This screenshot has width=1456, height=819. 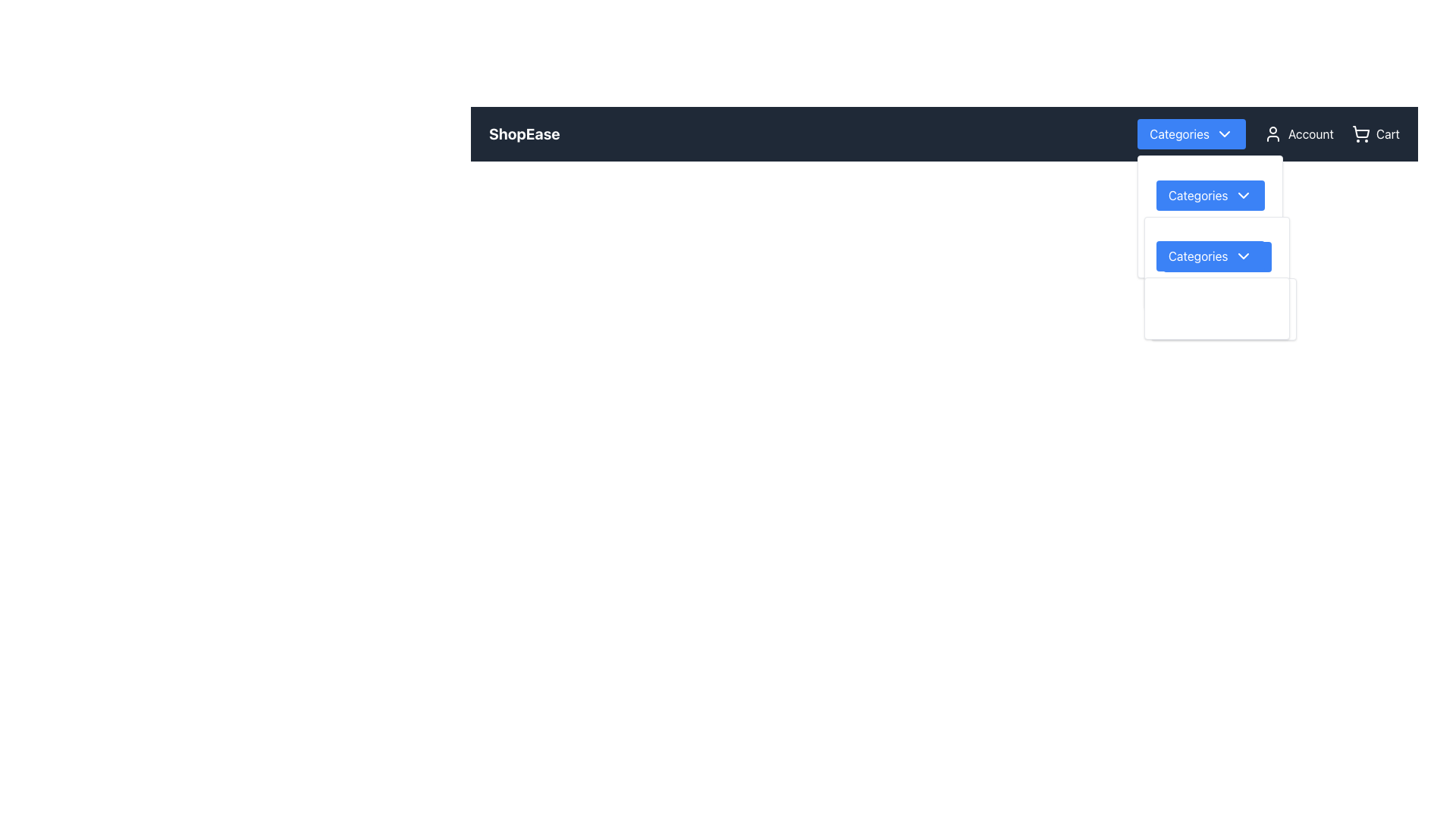 I want to click on the 'Categories' dropdown menu item, which has a blue background and white text, so click(x=1210, y=186).